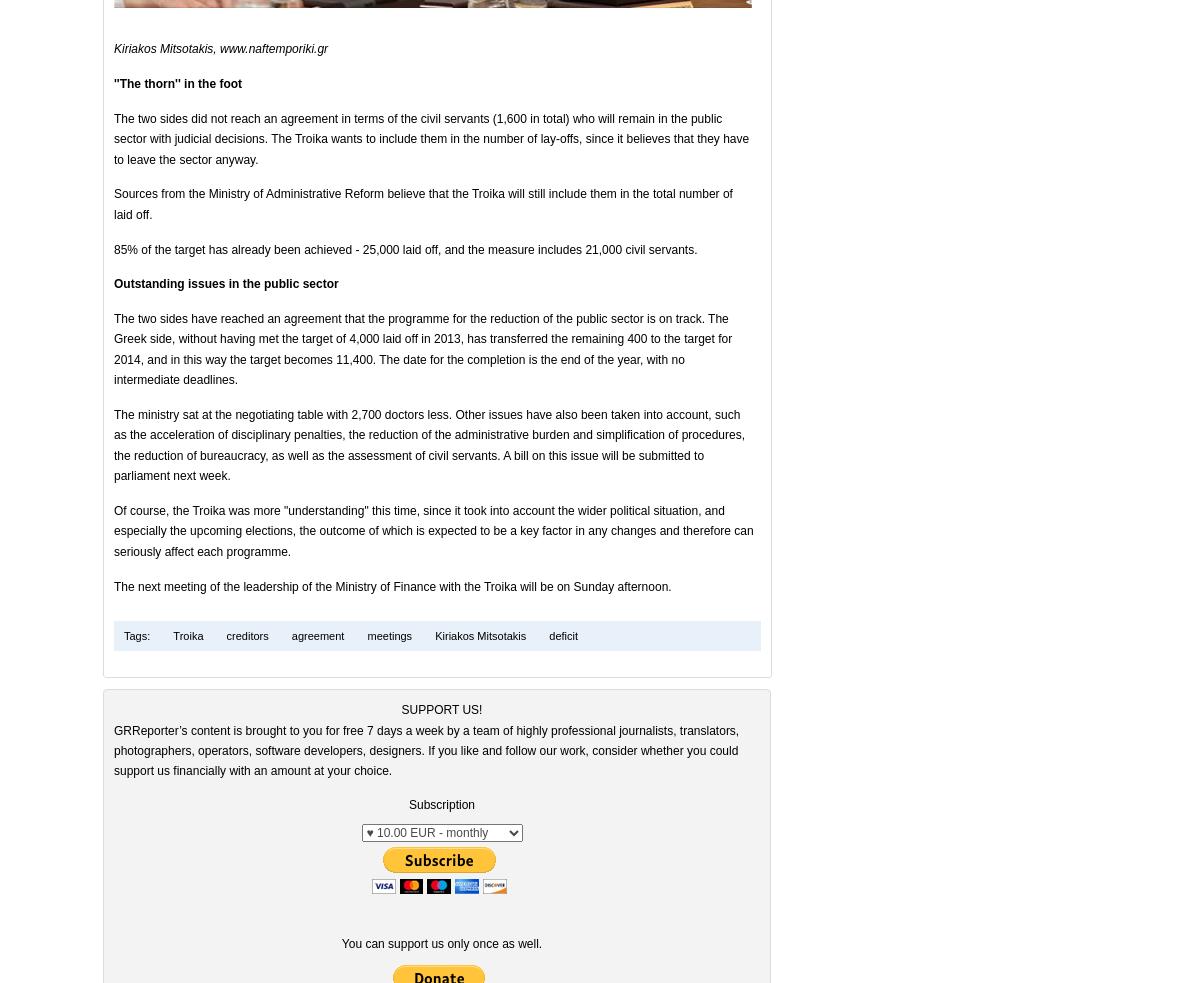 The image size is (1200, 983). I want to click on 'The next meeting of the leadership of the Ministry of Finance with the Troika will be on Sunday afternoon.', so click(392, 585).